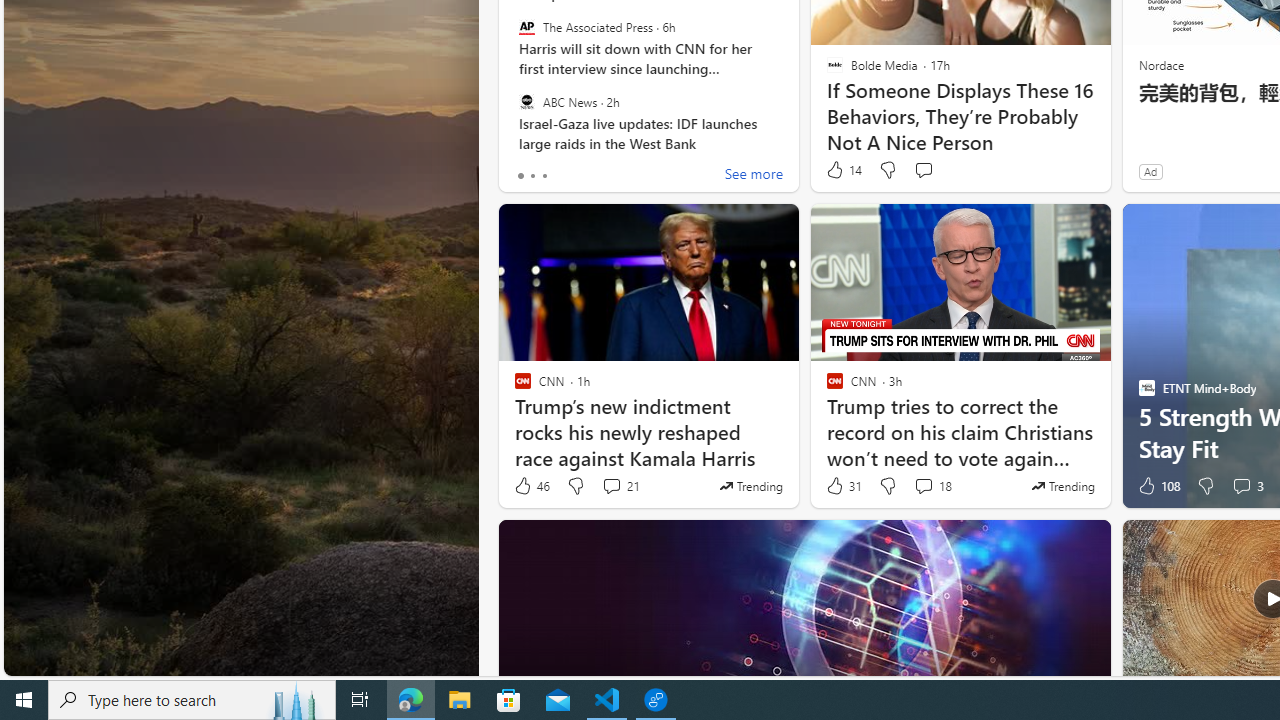 This screenshot has width=1280, height=720. Describe the element at coordinates (931, 486) in the screenshot. I see `'View comments 18 Comment'` at that location.